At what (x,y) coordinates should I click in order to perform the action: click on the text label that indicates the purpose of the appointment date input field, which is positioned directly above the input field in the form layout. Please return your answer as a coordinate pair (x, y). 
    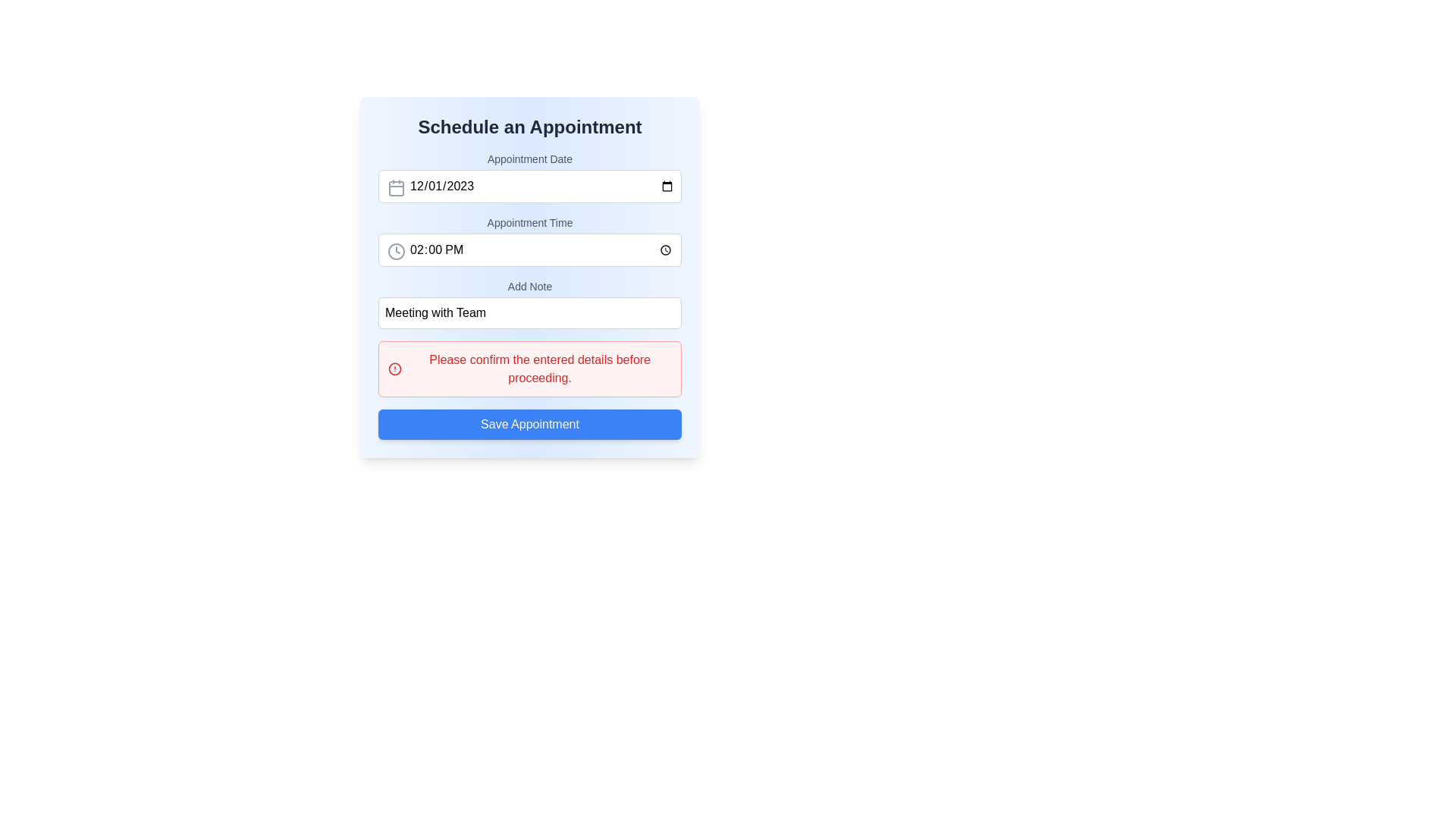
    Looking at the image, I should click on (530, 158).